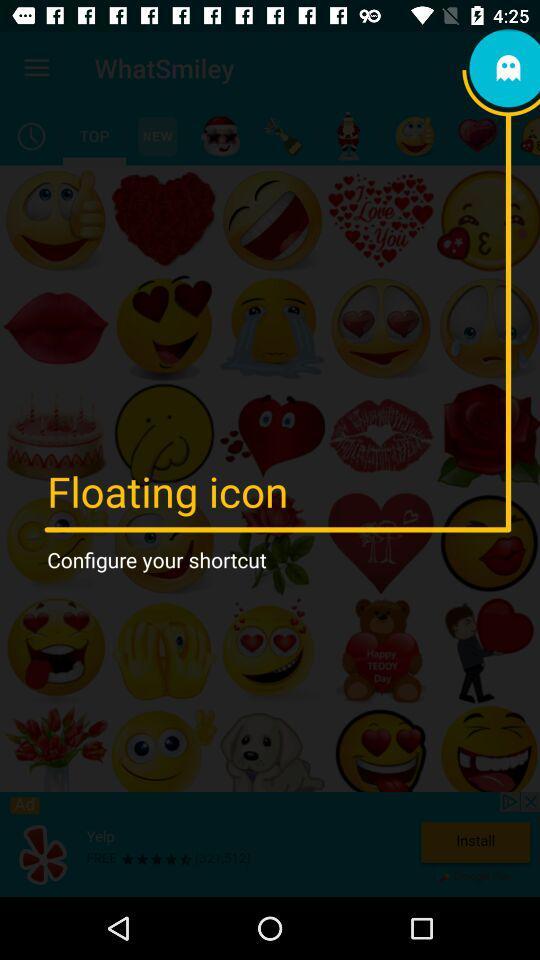  What do you see at coordinates (282, 135) in the screenshot?
I see `emoji` at bounding box center [282, 135].